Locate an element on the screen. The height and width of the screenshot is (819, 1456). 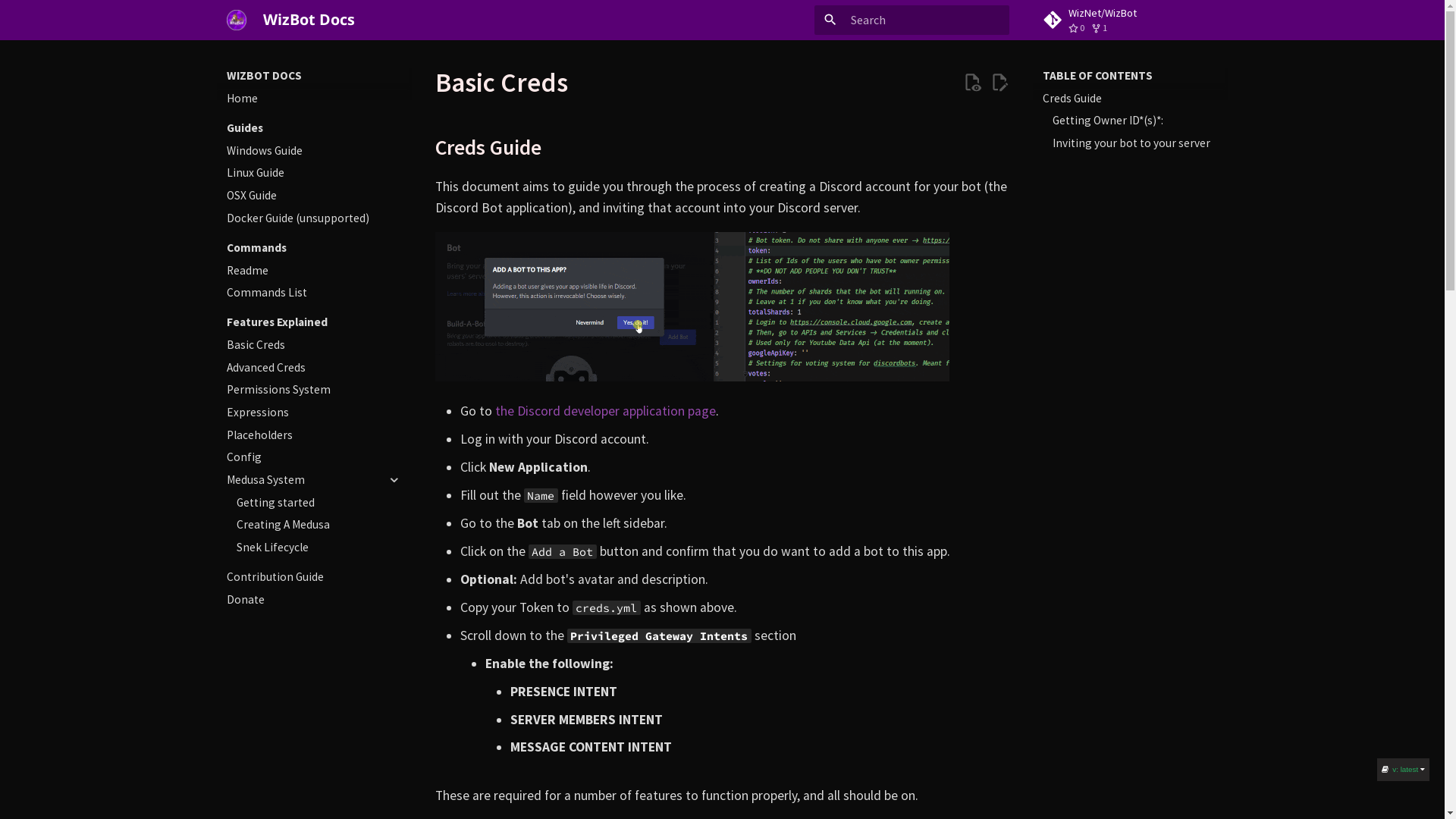
'Windows Guide' is located at coordinates (313, 151).